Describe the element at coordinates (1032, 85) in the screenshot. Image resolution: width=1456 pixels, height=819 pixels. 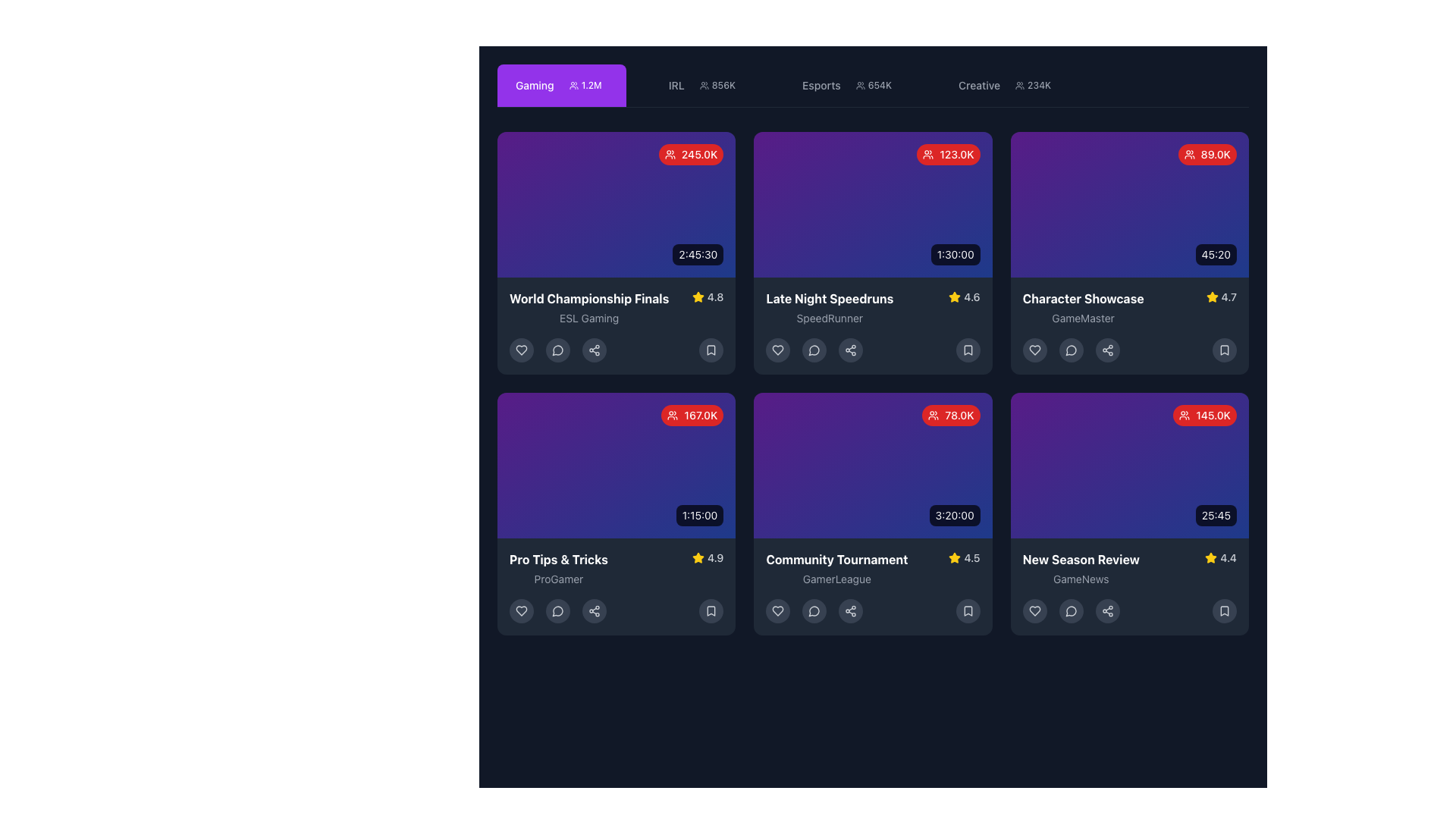
I see `the Badge displaying the number of users/viewers associated with the 'Creative' category, located at the rightmost part of the tab bar` at that location.